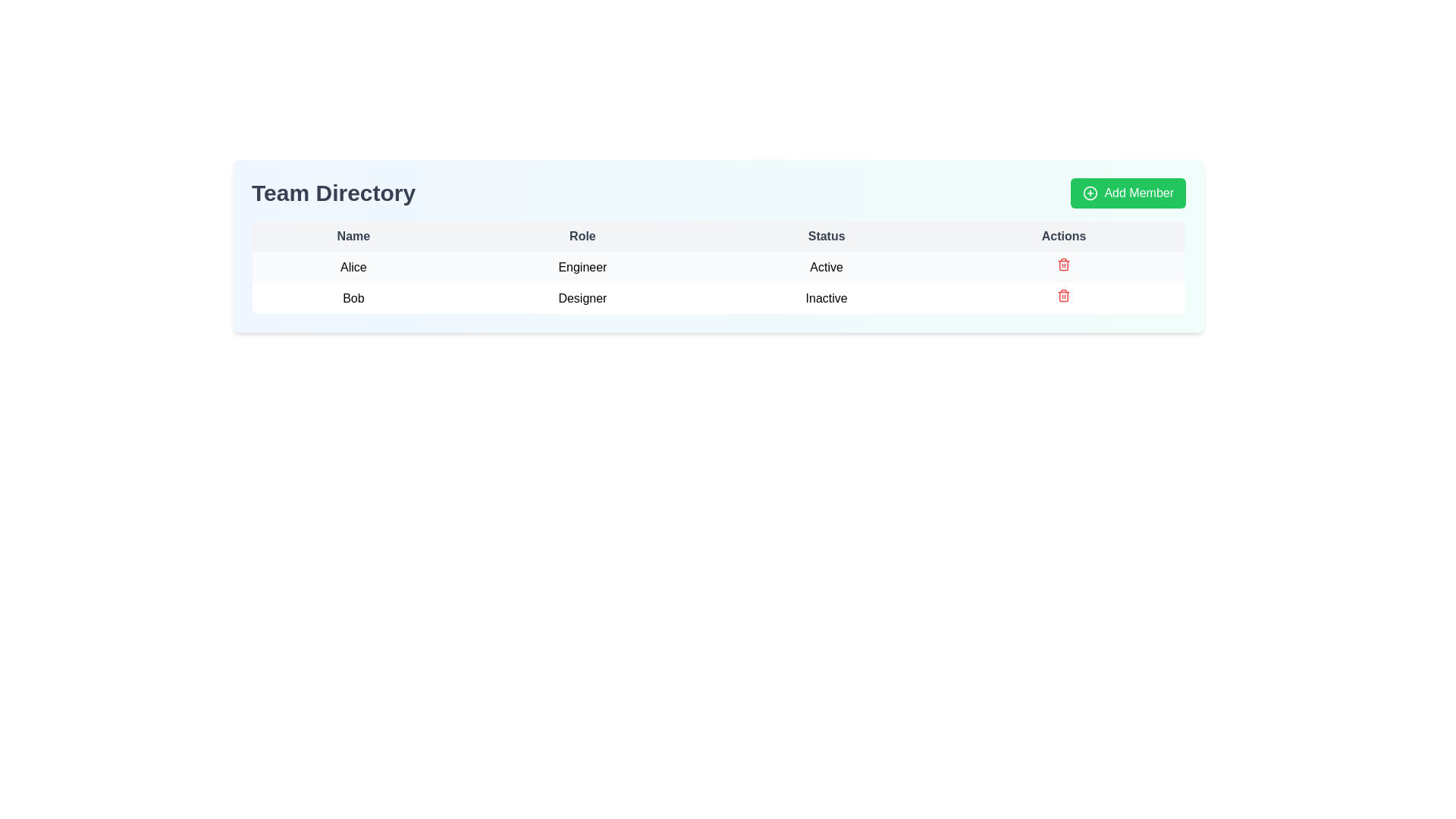  I want to click on the red trash bin icon button located at the far right of the row containing 'Bob' and 'Inactive' in the 'Actions' column, so click(1063, 298).